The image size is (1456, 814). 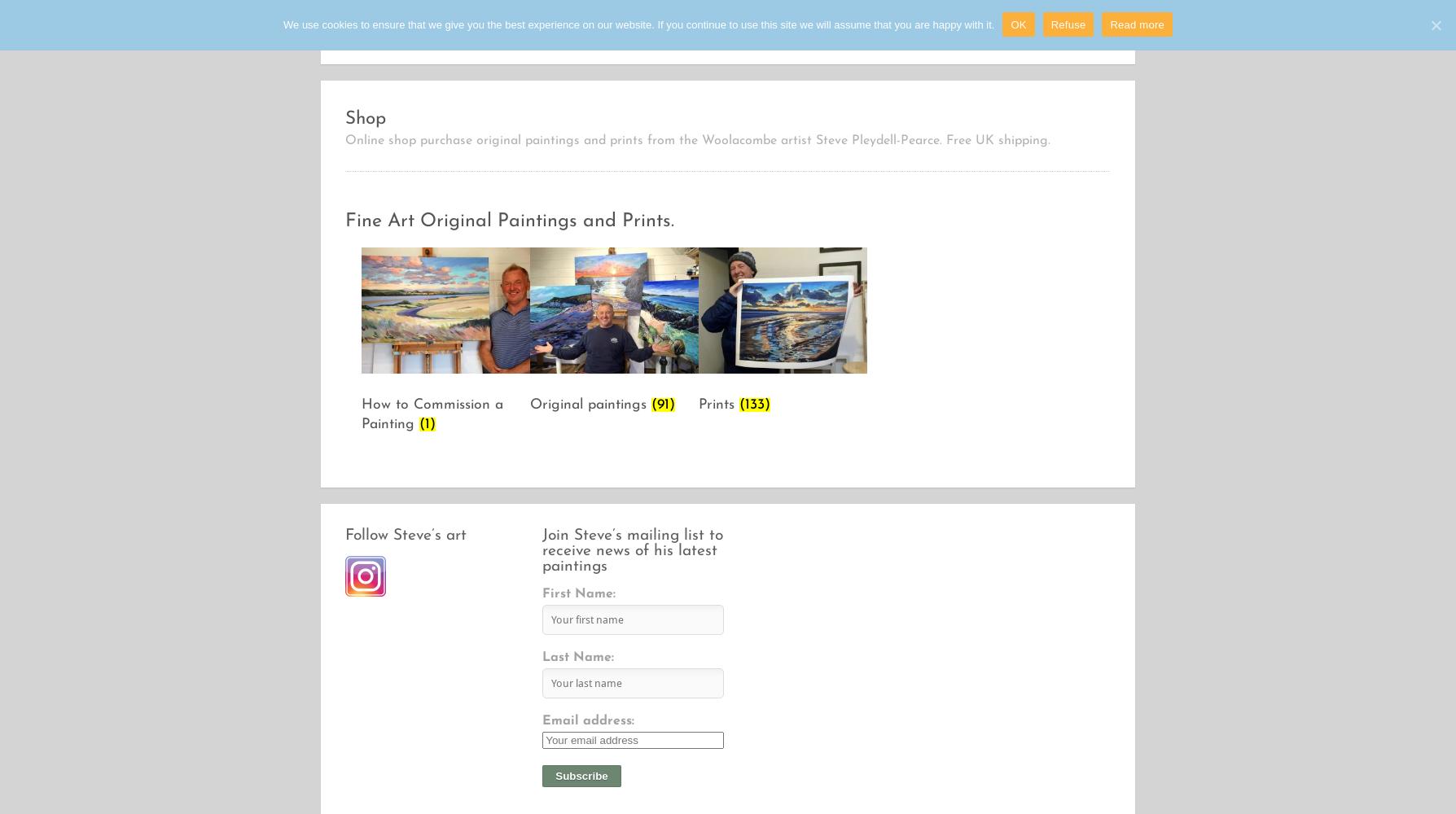 I want to click on 'Last Name:', so click(x=577, y=658).